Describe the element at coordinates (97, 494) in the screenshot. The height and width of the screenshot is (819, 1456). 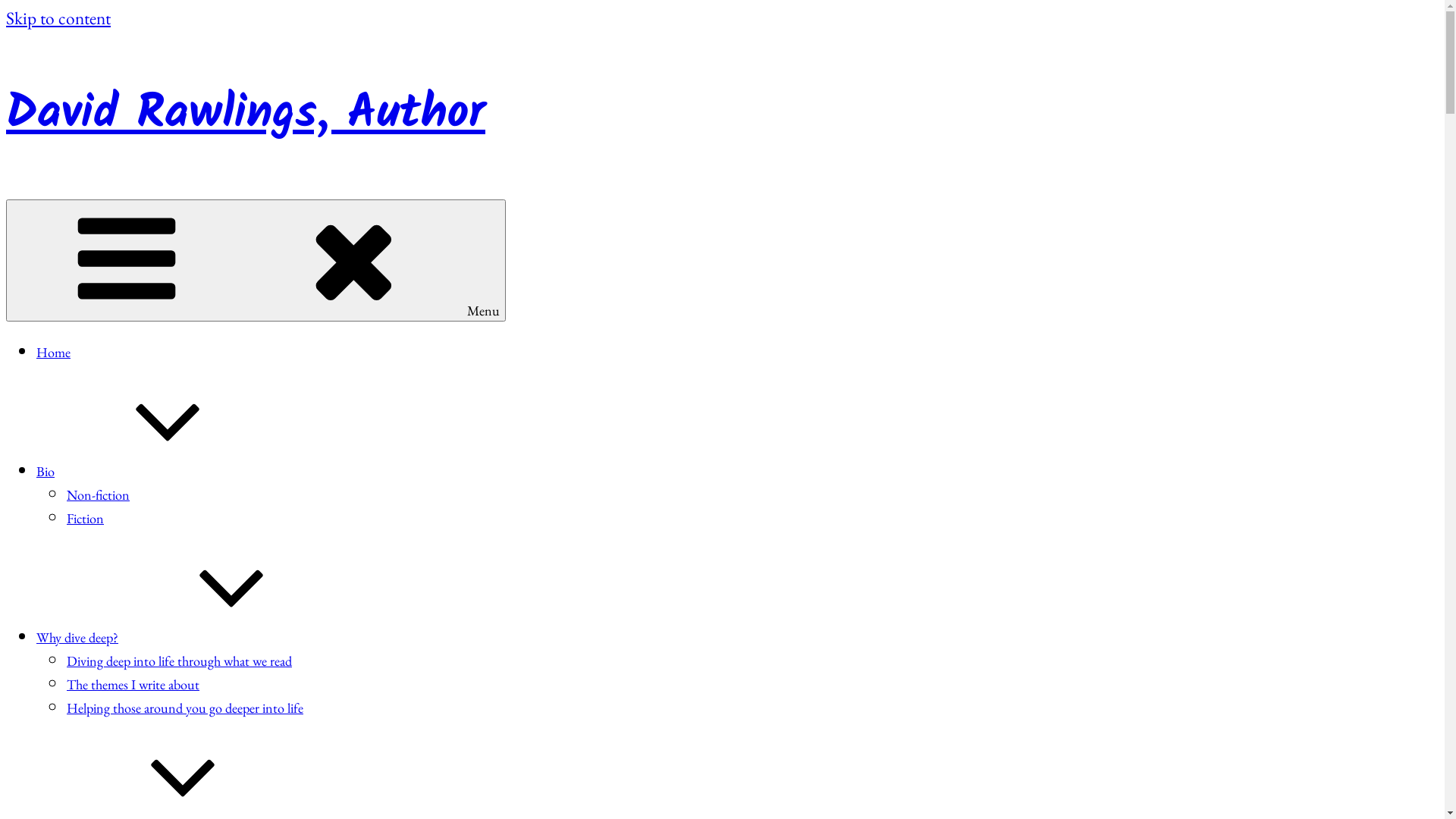
I see `'Non-fiction'` at that location.